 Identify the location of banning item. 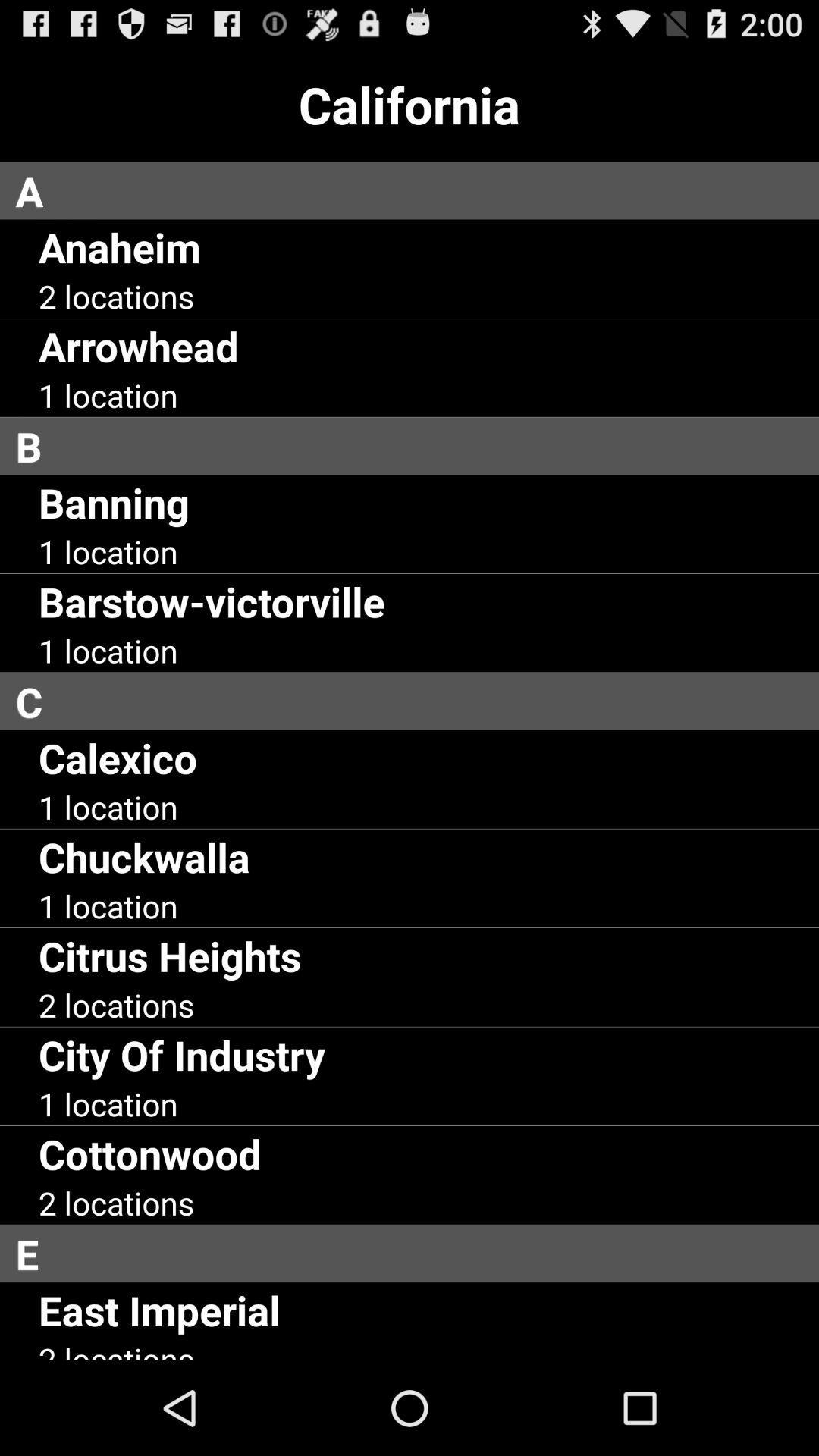
(113, 502).